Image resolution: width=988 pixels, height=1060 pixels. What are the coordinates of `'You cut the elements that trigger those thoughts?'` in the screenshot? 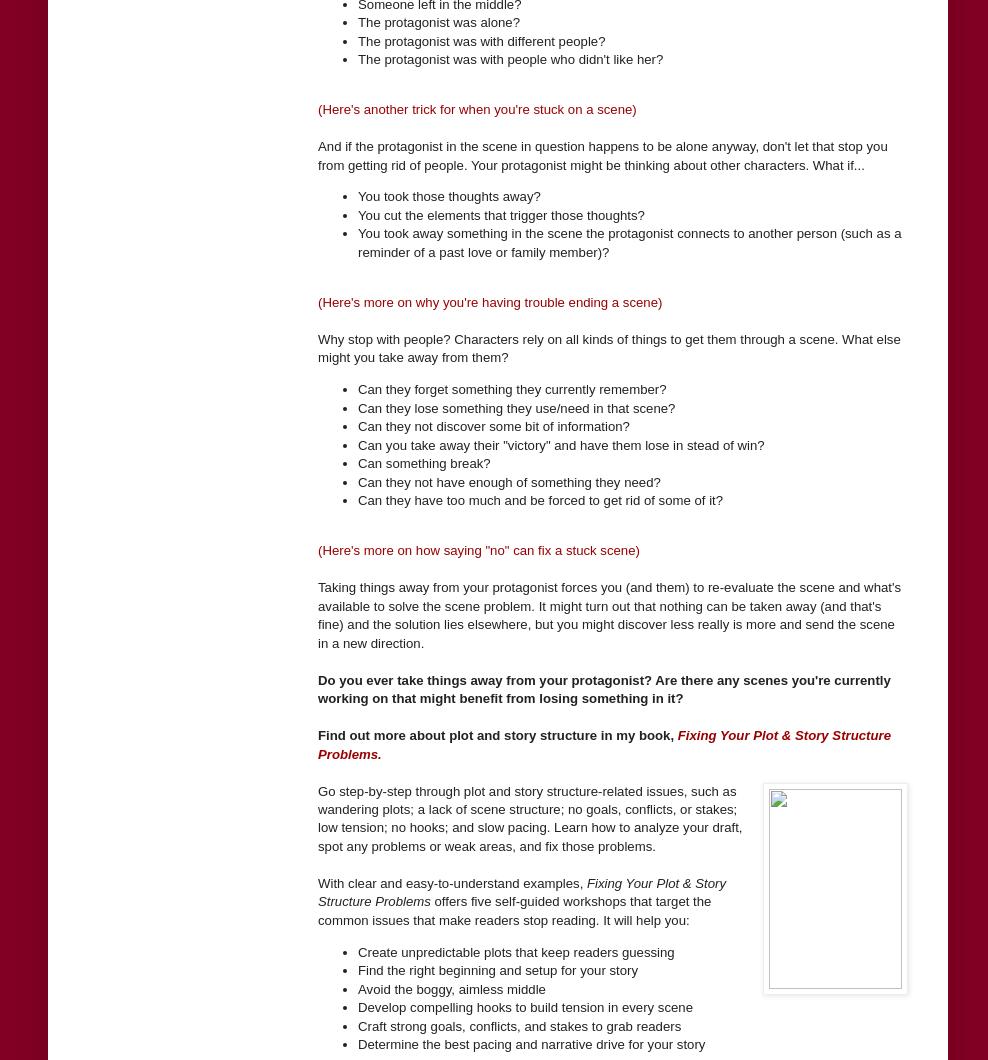 It's located at (501, 213).